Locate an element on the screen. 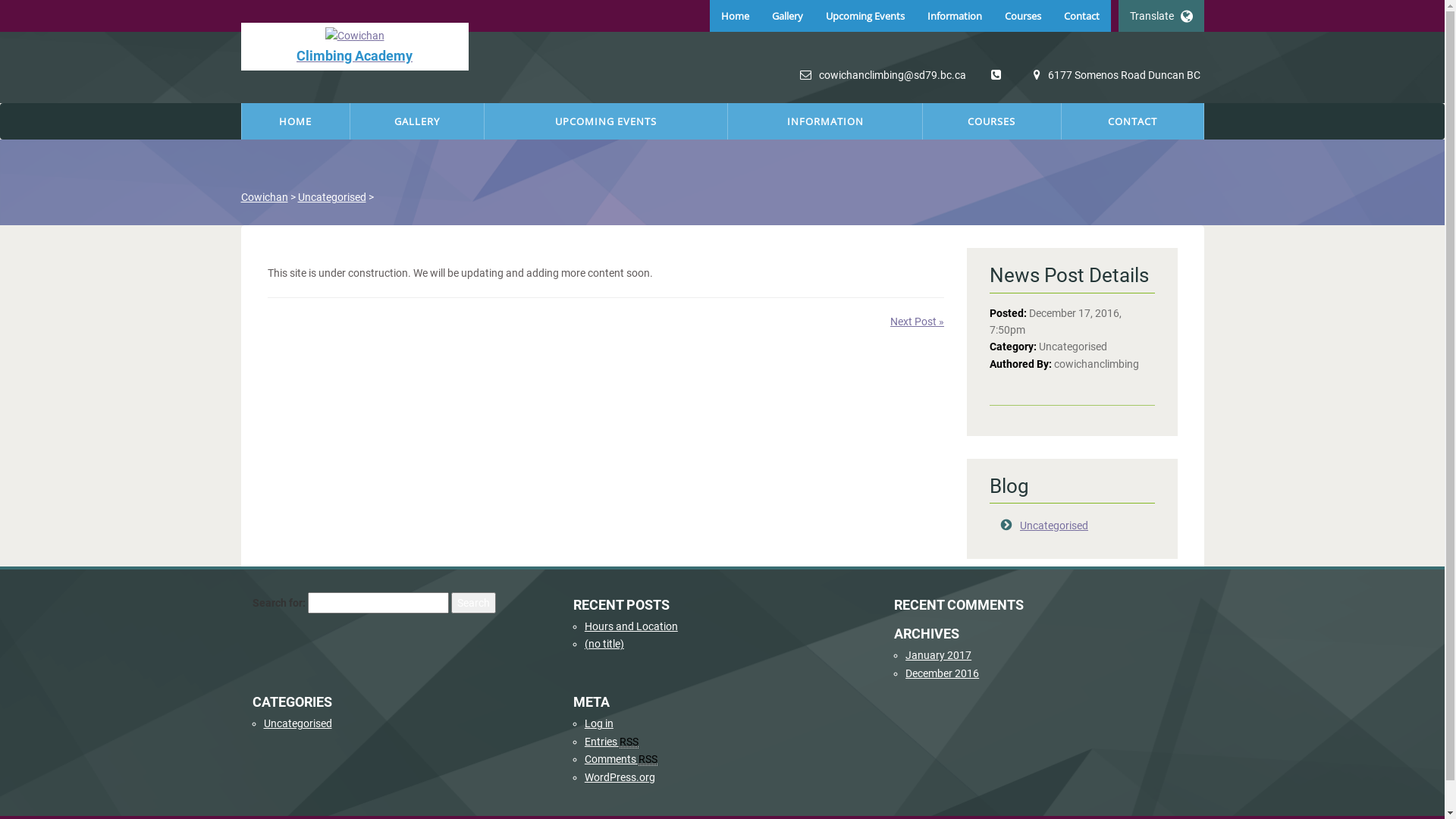 This screenshot has height=819, width=1456. '(no title)' is located at coordinates (603, 643).